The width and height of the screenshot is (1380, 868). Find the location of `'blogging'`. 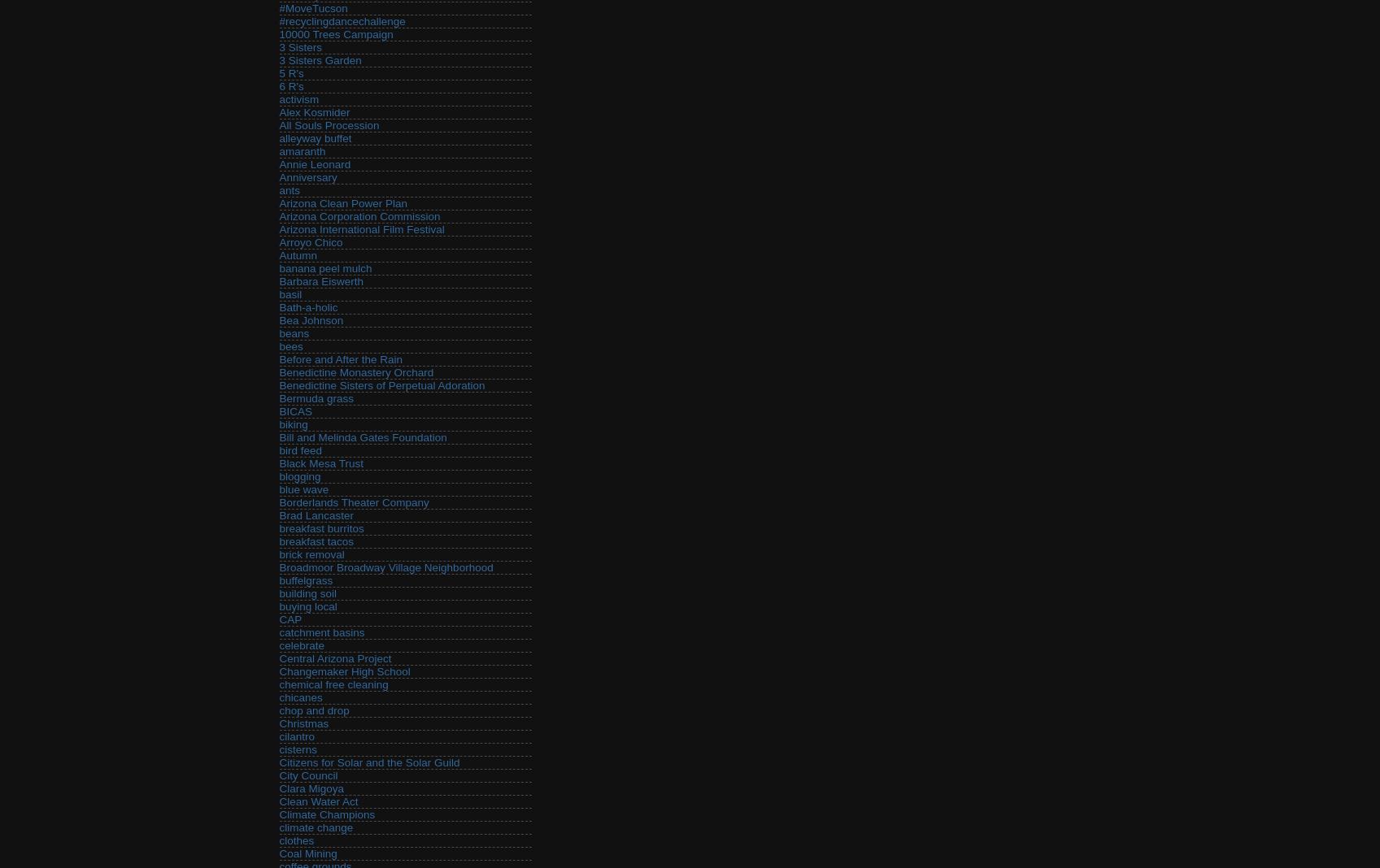

'blogging' is located at coordinates (299, 475).